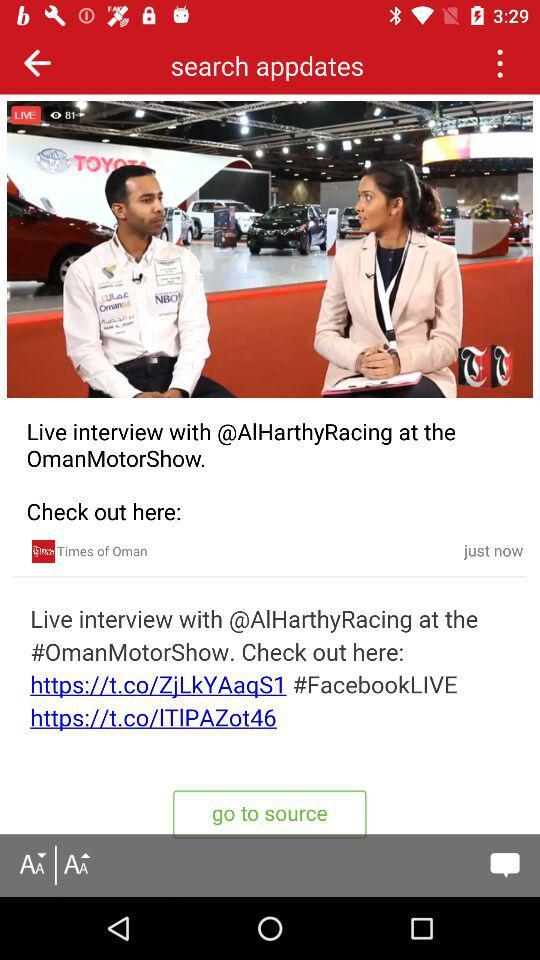 The width and height of the screenshot is (540, 960). What do you see at coordinates (498, 62) in the screenshot?
I see `the crush button` at bounding box center [498, 62].